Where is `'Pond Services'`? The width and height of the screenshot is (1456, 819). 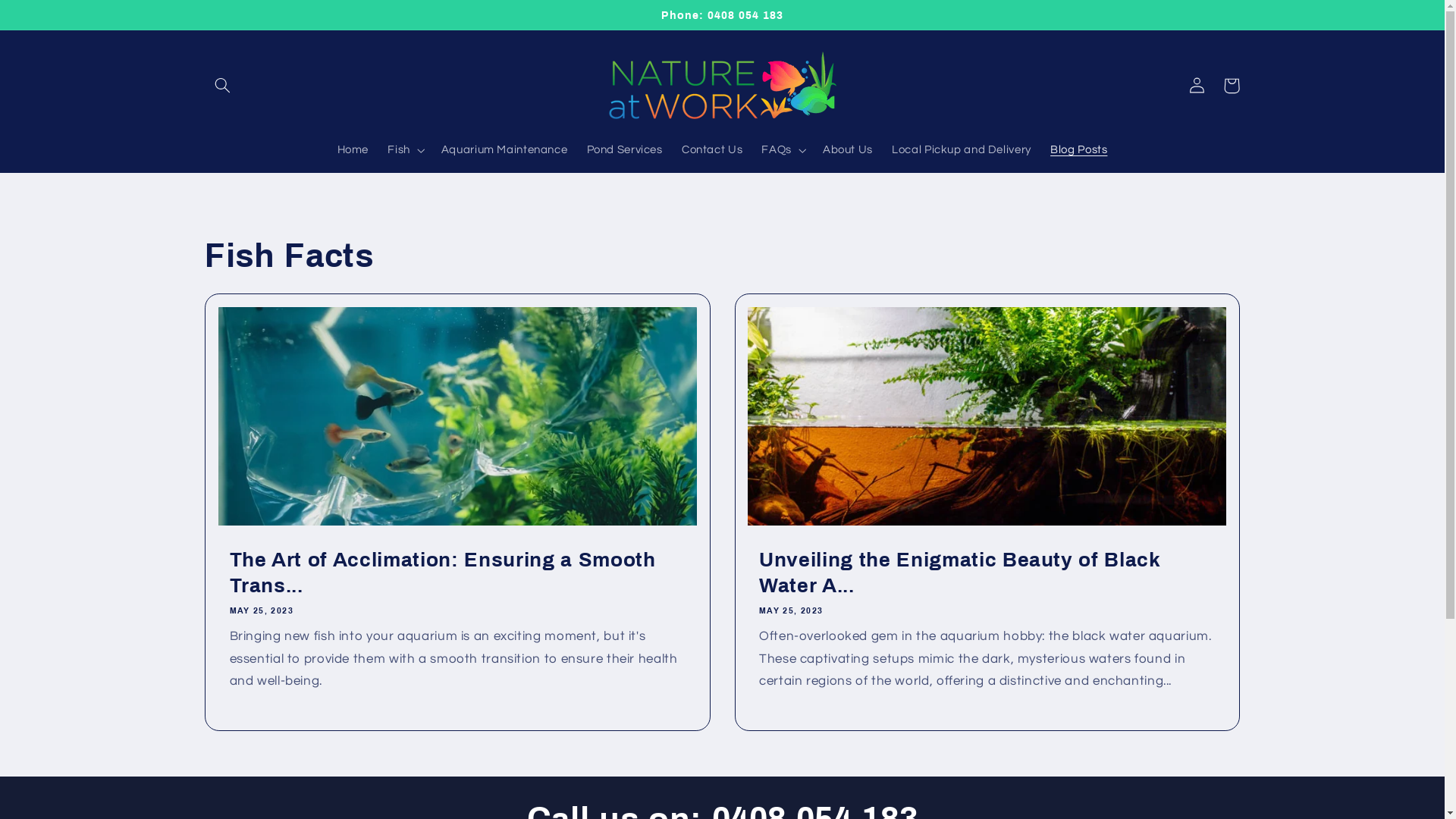 'Pond Services' is located at coordinates (624, 149).